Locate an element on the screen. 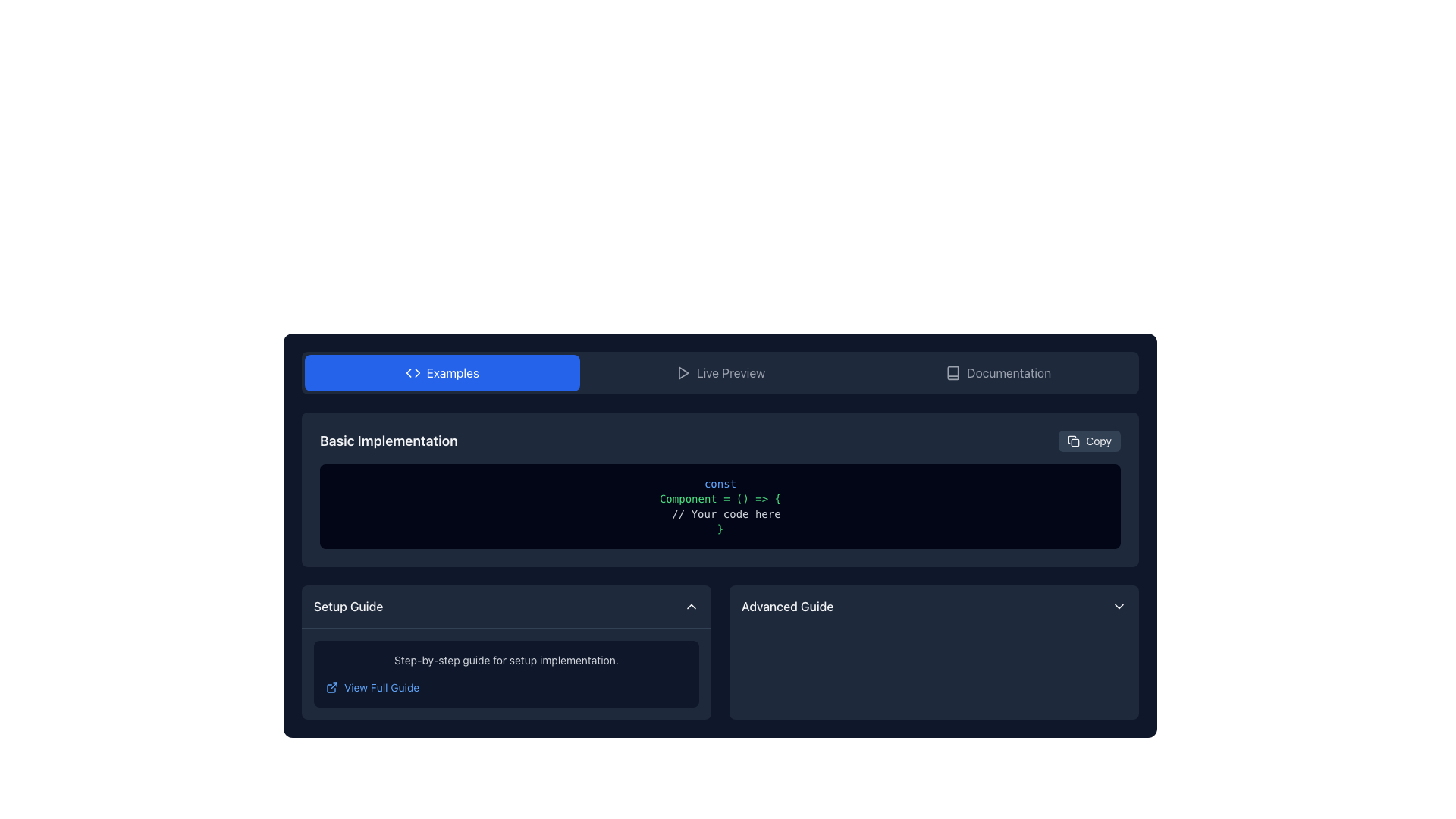 This screenshot has width=1456, height=819. the small rectangular icon shape located in the top-right area of the interface section, which is positioned within a larger document-like icon is located at coordinates (1075, 442).